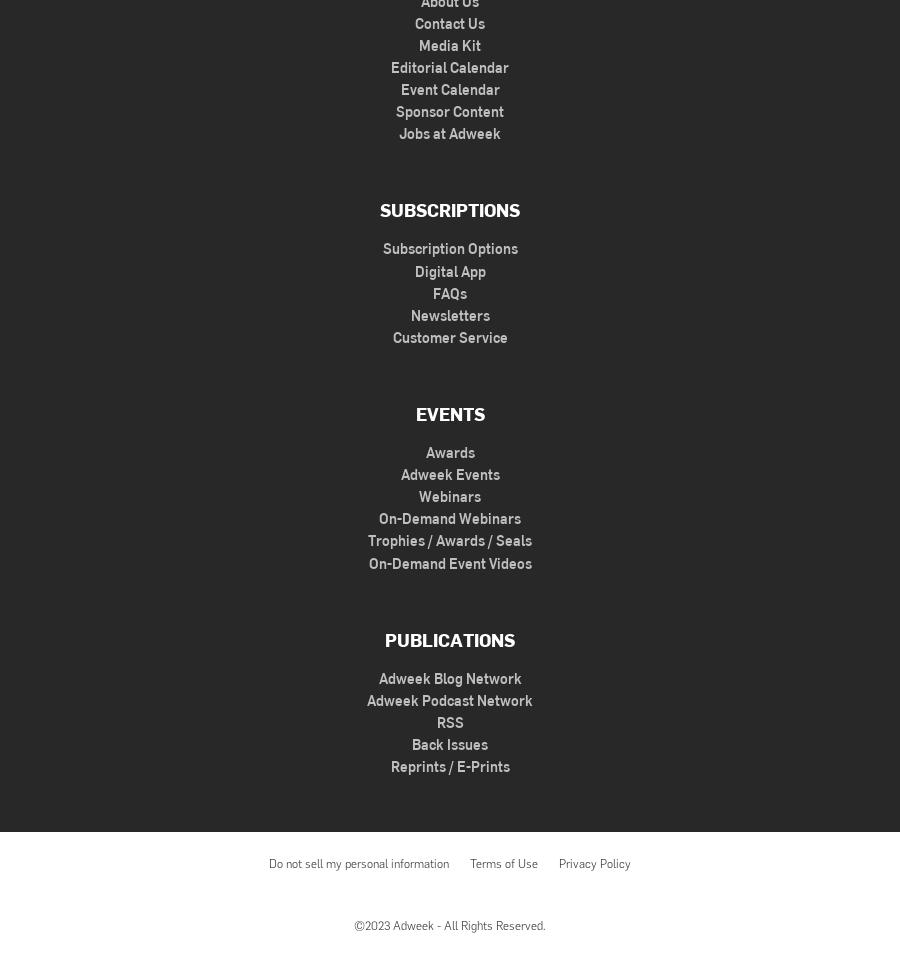 This screenshot has height=964, width=900. Describe the element at coordinates (298, 211) in the screenshot. I see `'What Is Incrementality and Why Is It Critical for Proving ROI?'` at that location.